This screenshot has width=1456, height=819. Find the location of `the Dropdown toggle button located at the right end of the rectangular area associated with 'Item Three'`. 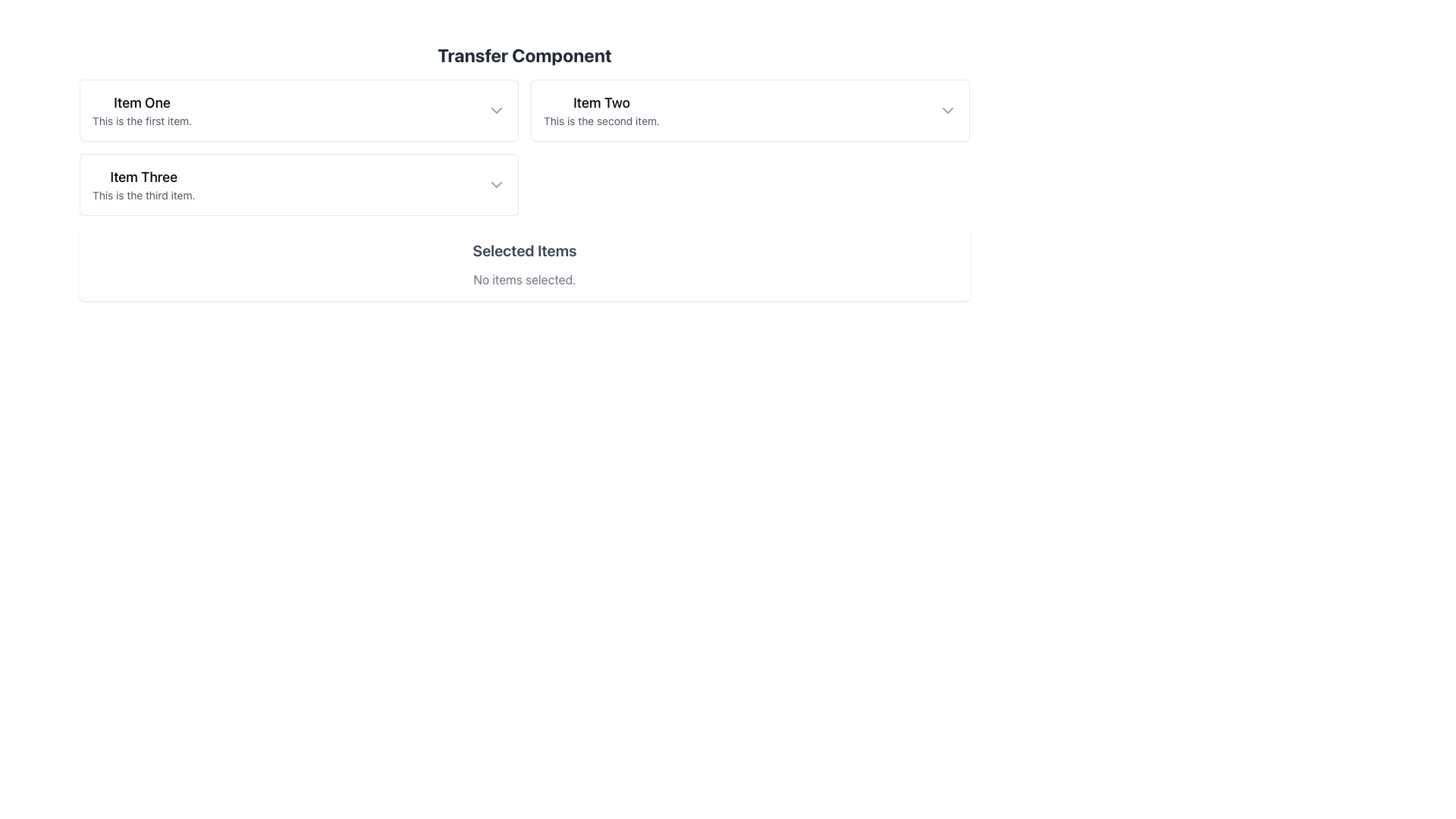

the Dropdown toggle button located at the right end of the rectangular area associated with 'Item Three' is located at coordinates (496, 184).